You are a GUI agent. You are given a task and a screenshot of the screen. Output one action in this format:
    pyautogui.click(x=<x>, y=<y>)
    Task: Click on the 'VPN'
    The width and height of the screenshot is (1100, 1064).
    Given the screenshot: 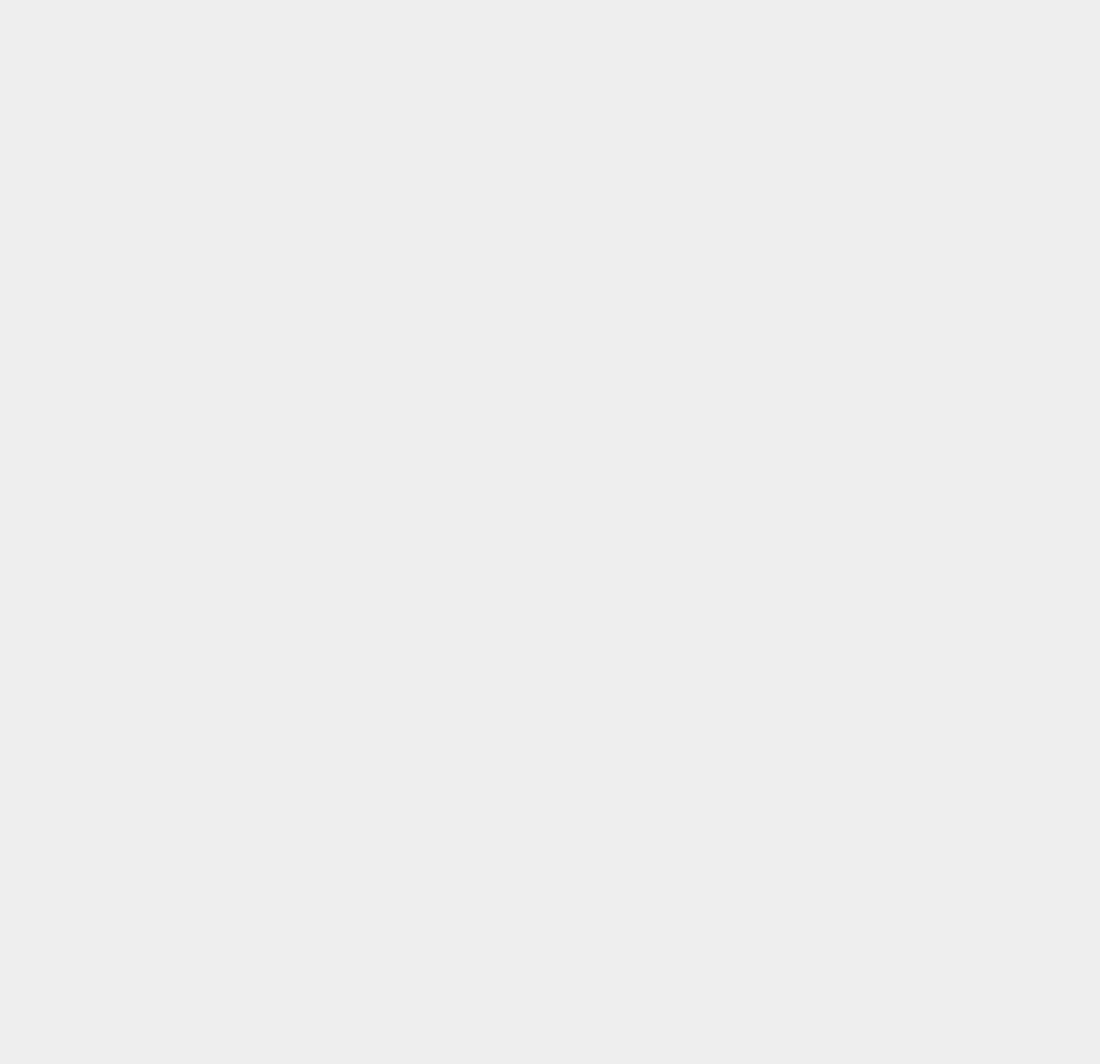 What is the action you would take?
    pyautogui.click(x=792, y=882)
    